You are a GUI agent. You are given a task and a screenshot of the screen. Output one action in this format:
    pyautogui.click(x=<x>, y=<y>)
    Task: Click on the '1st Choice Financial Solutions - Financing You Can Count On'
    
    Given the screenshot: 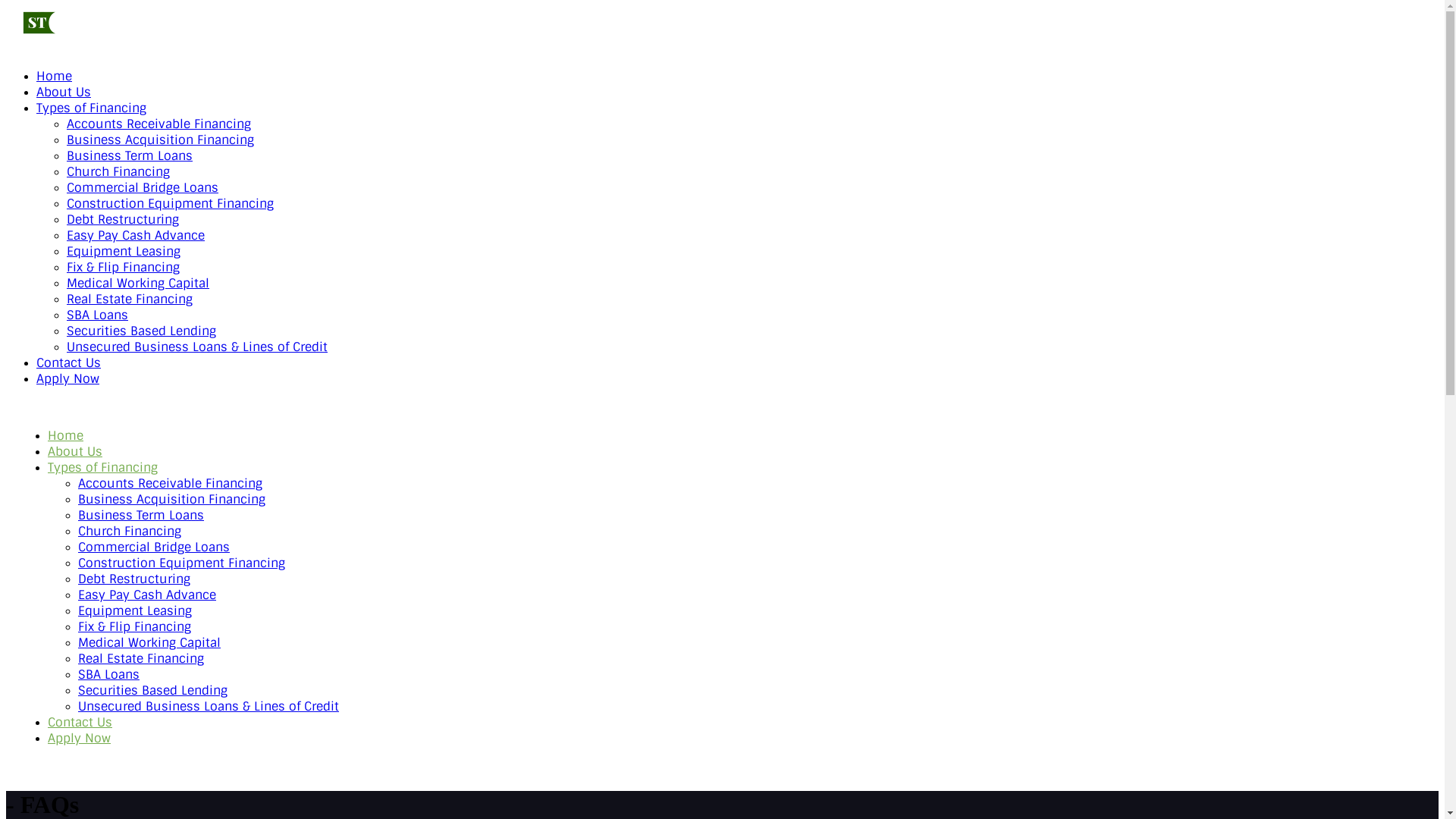 What is the action you would take?
    pyautogui.click(x=81, y=36)
    